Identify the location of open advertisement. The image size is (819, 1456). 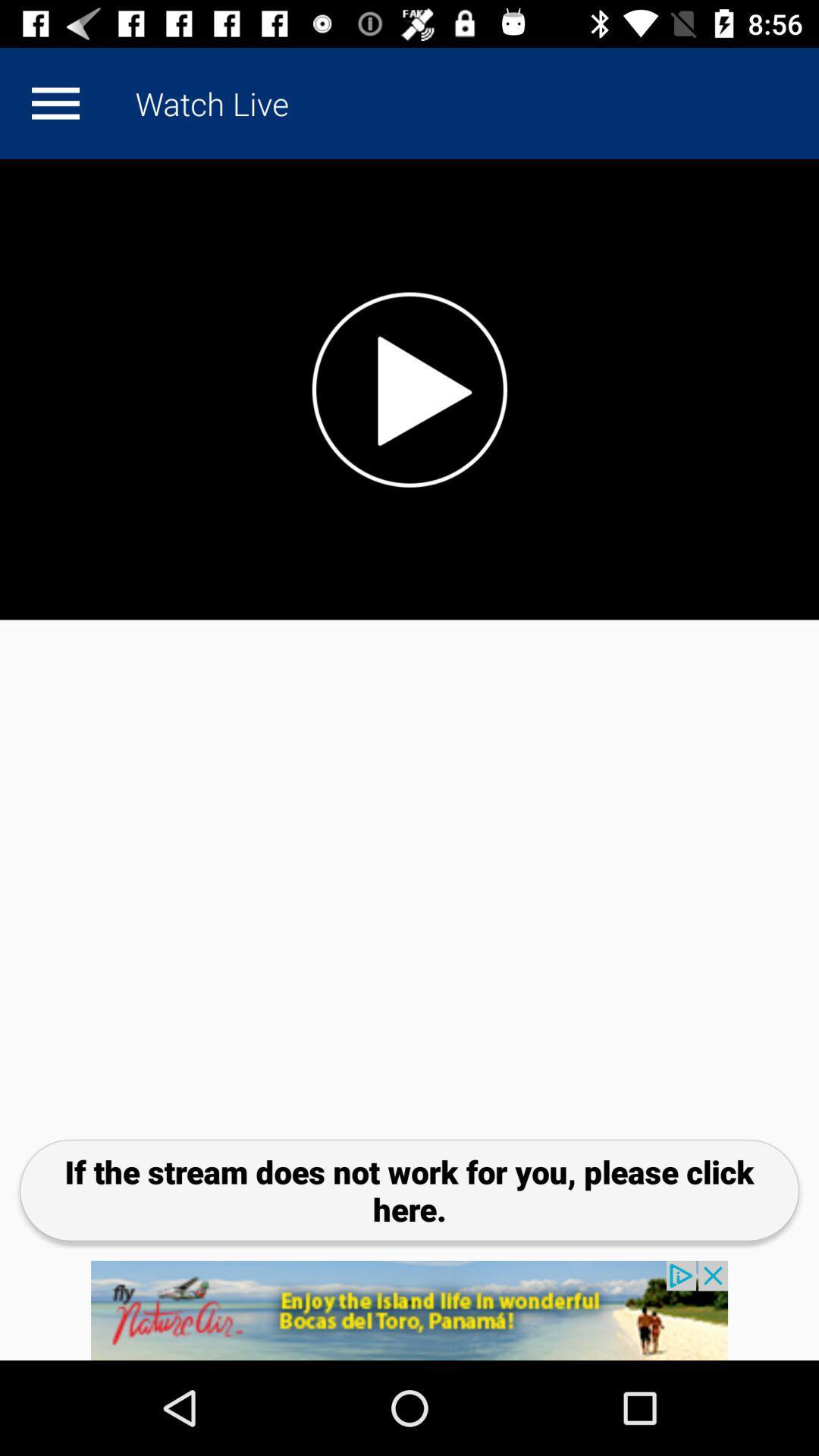
(409, 1310).